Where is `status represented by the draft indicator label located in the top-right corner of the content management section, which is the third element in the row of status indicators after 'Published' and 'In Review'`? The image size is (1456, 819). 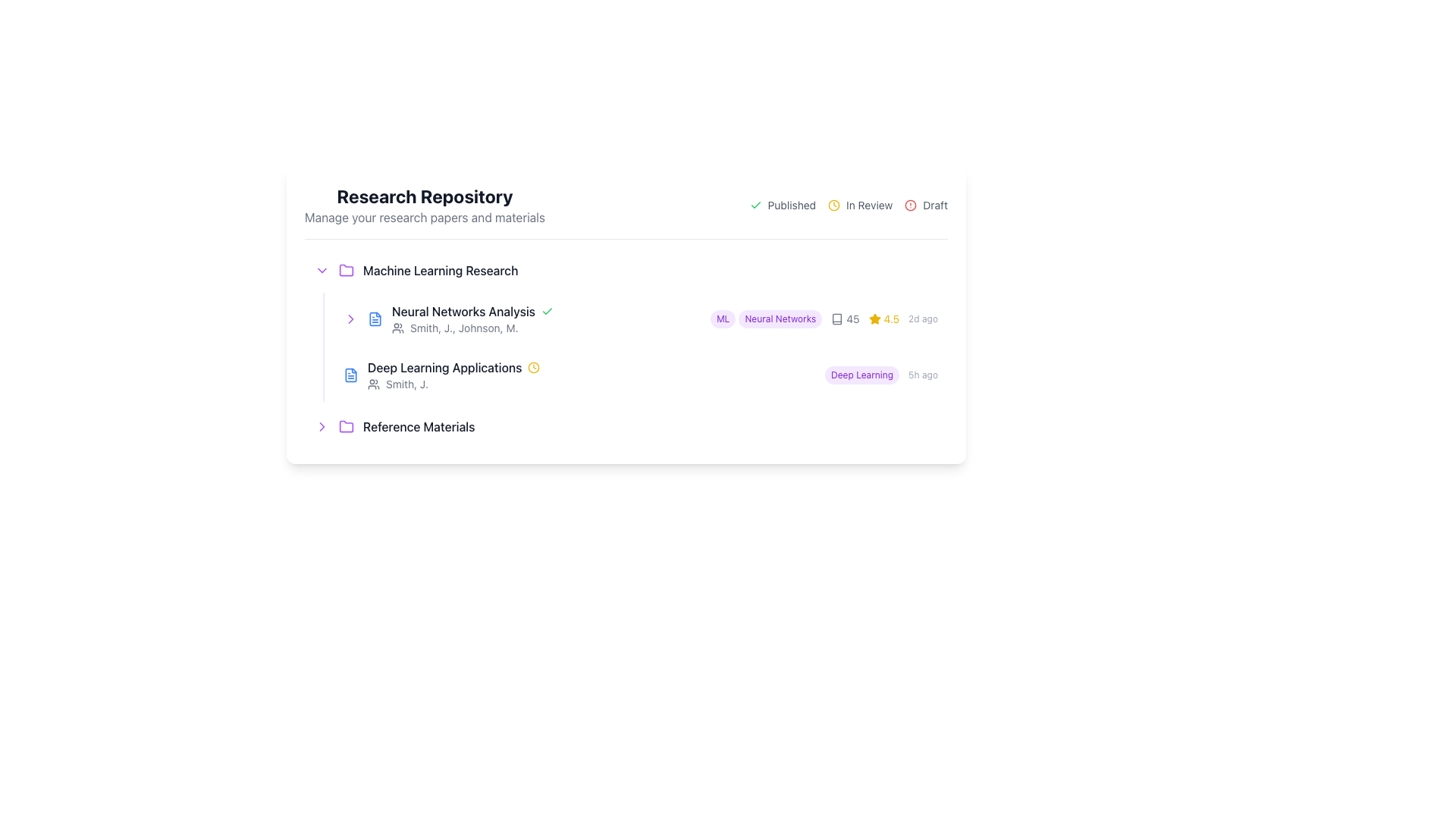
status represented by the draft indicator label located in the top-right corner of the content management section, which is the third element in the row of status indicators after 'Published' and 'In Review' is located at coordinates (925, 205).